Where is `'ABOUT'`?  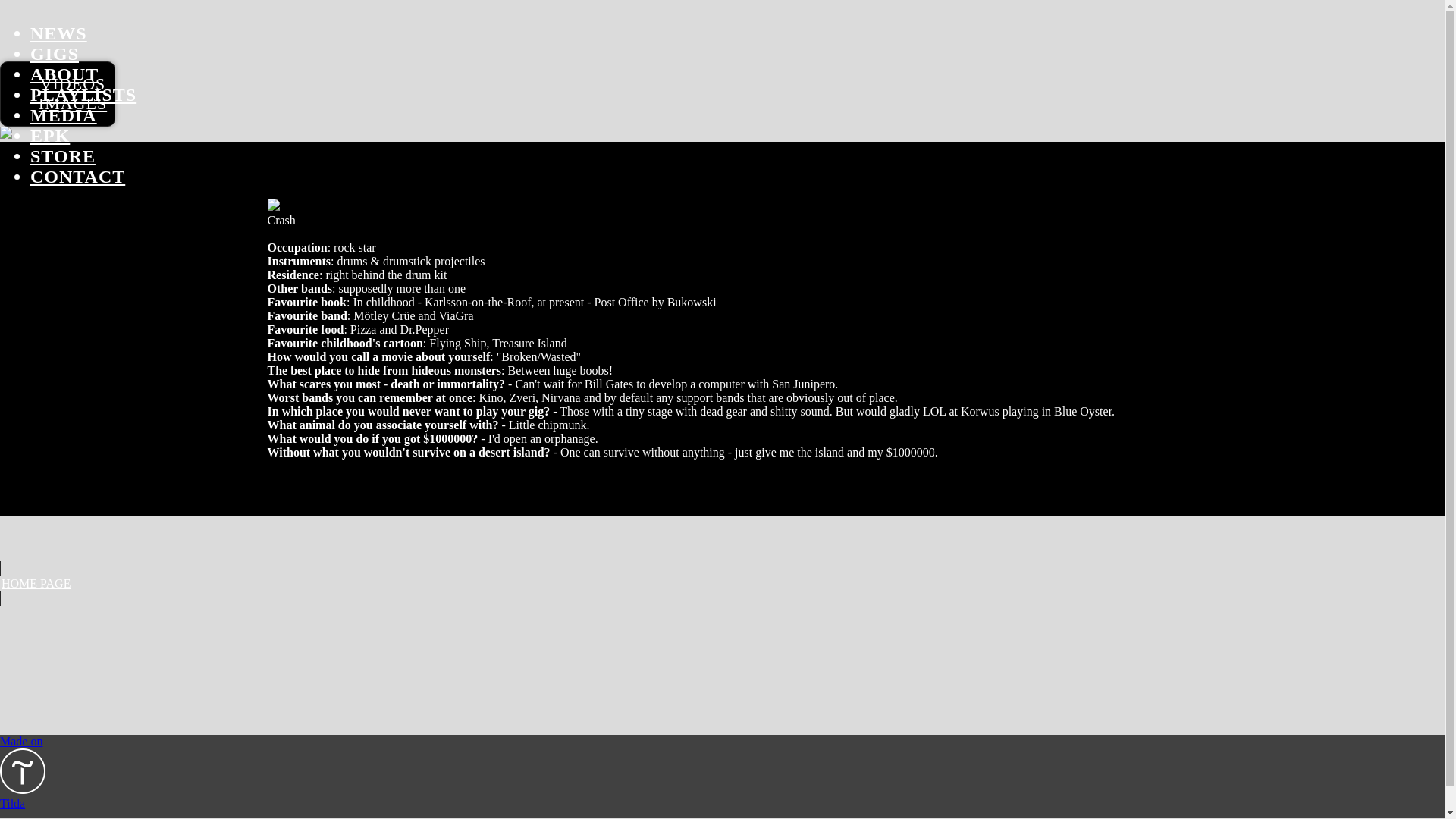
'ABOUT' is located at coordinates (64, 74).